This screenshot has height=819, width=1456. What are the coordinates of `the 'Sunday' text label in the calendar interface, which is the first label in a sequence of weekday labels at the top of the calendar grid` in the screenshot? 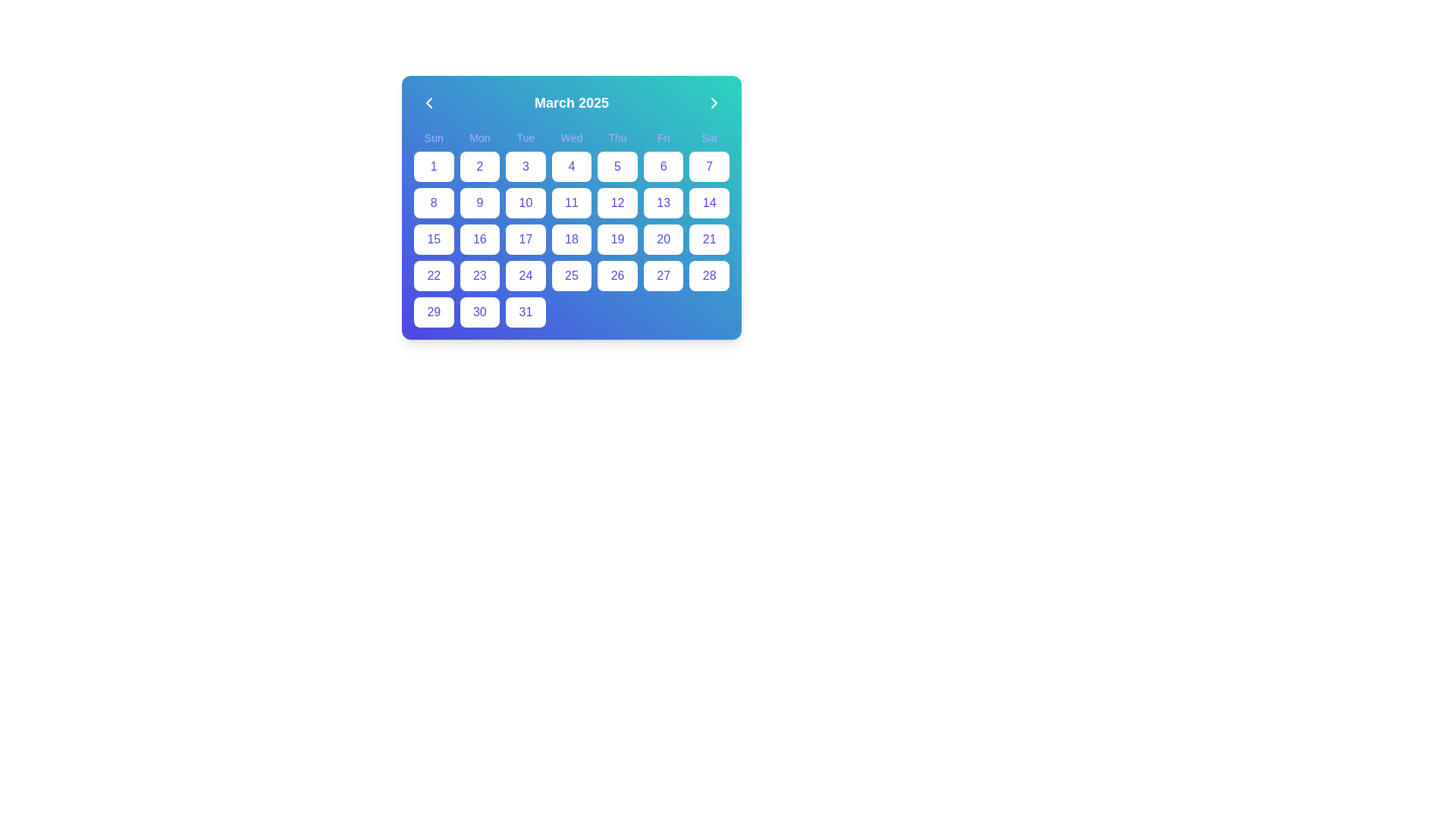 It's located at (433, 137).